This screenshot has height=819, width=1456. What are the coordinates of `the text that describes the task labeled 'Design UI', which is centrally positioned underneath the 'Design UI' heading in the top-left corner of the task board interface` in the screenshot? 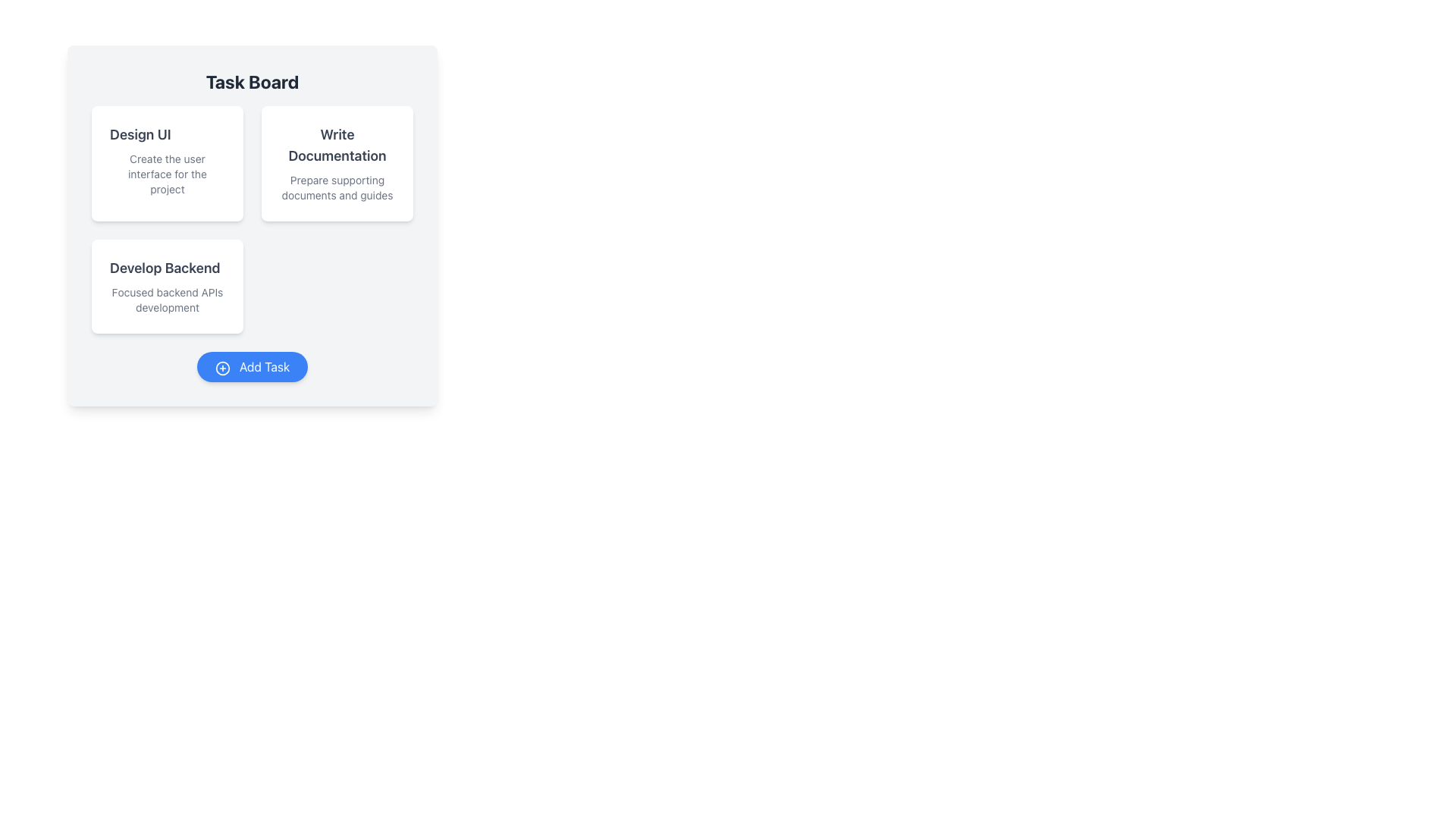 It's located at (167, 174).